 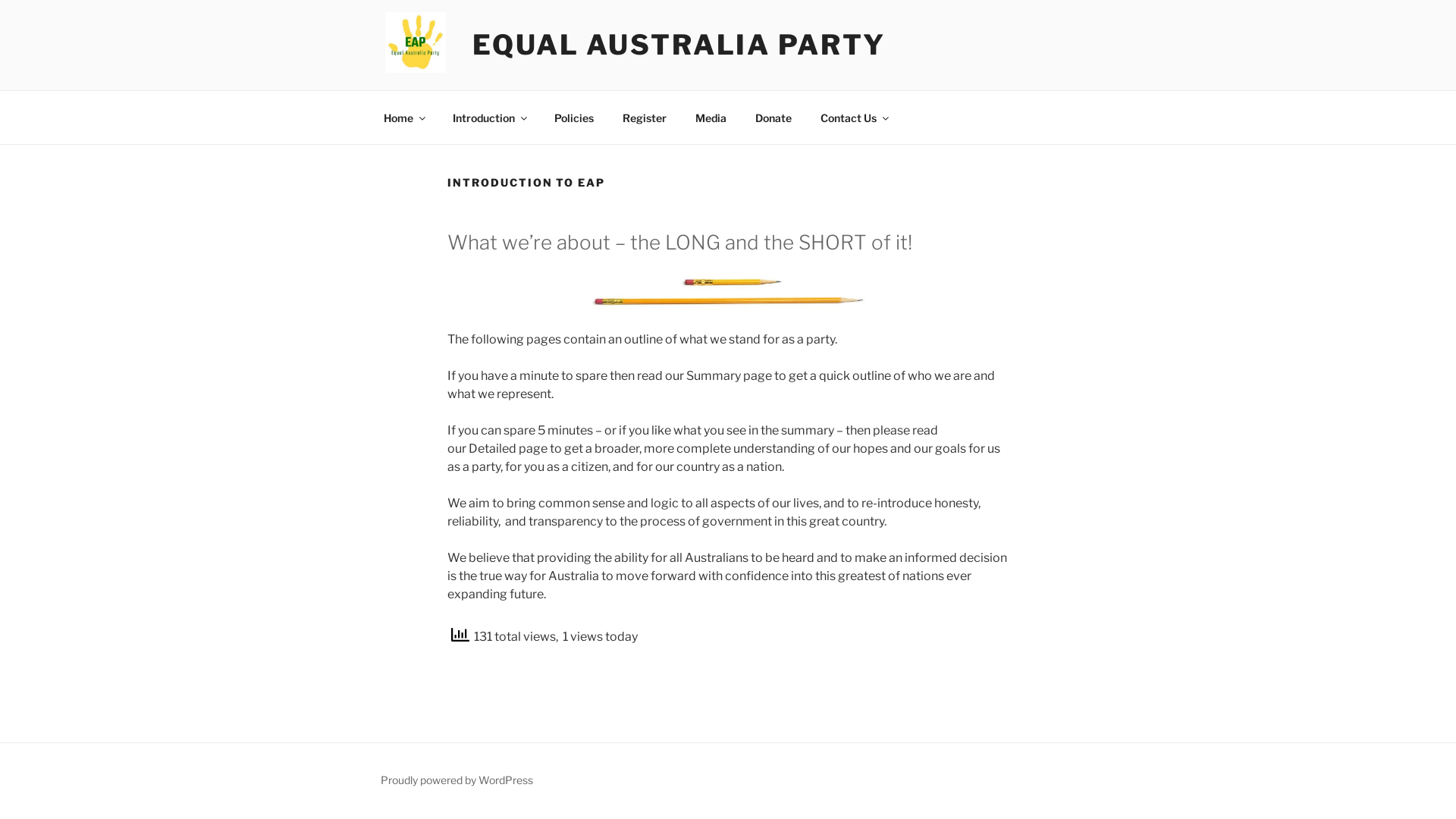 I want to click on 'Donate', so click(x=742, y=116).